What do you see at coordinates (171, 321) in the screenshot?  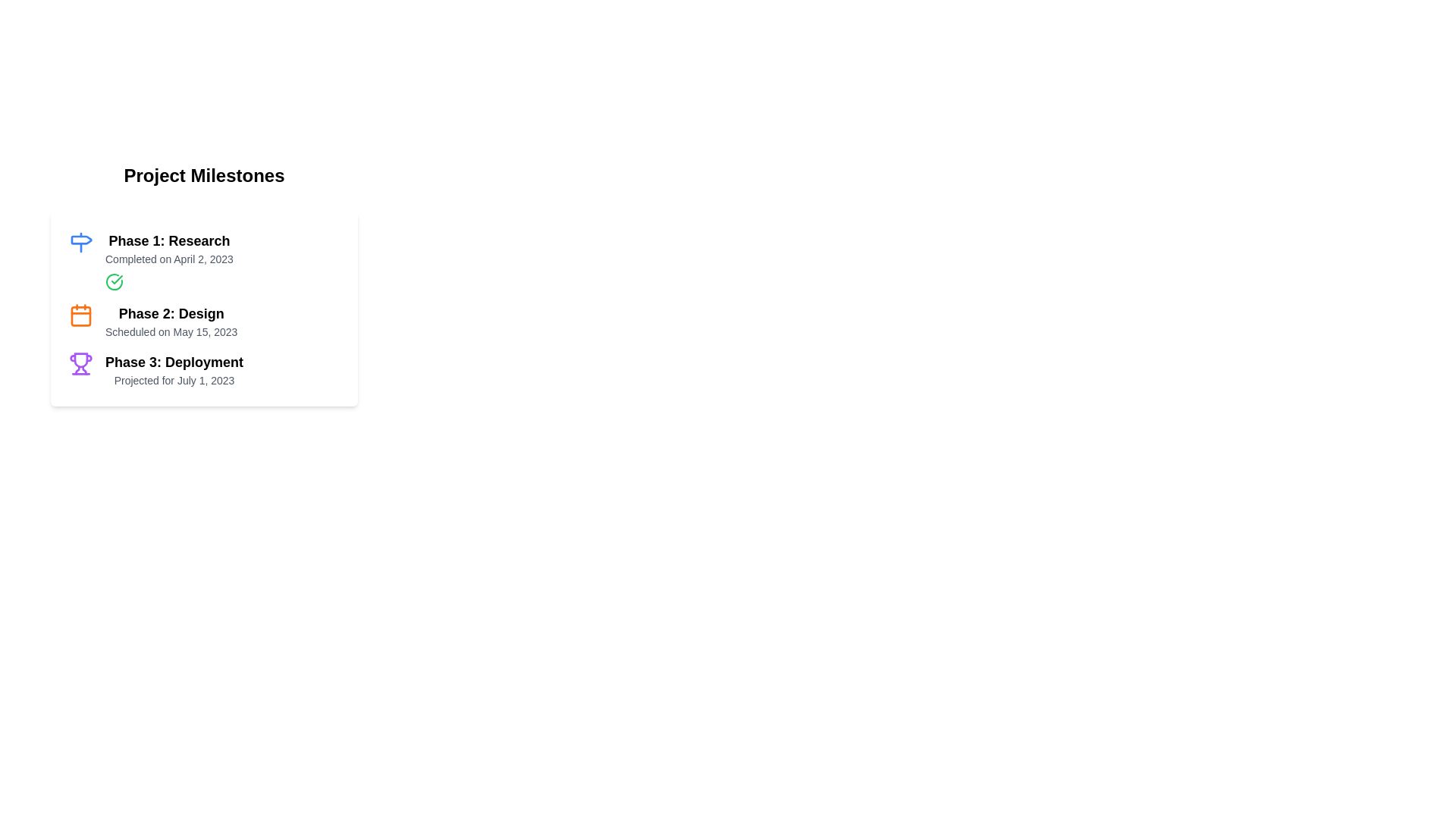 I see `the second milestone text block that conveys the project phase name, its description, and the scheduled date, located between 'Phase 1: Research' and 'Phase 3: Deployment'` at bounding box center [171, 321].